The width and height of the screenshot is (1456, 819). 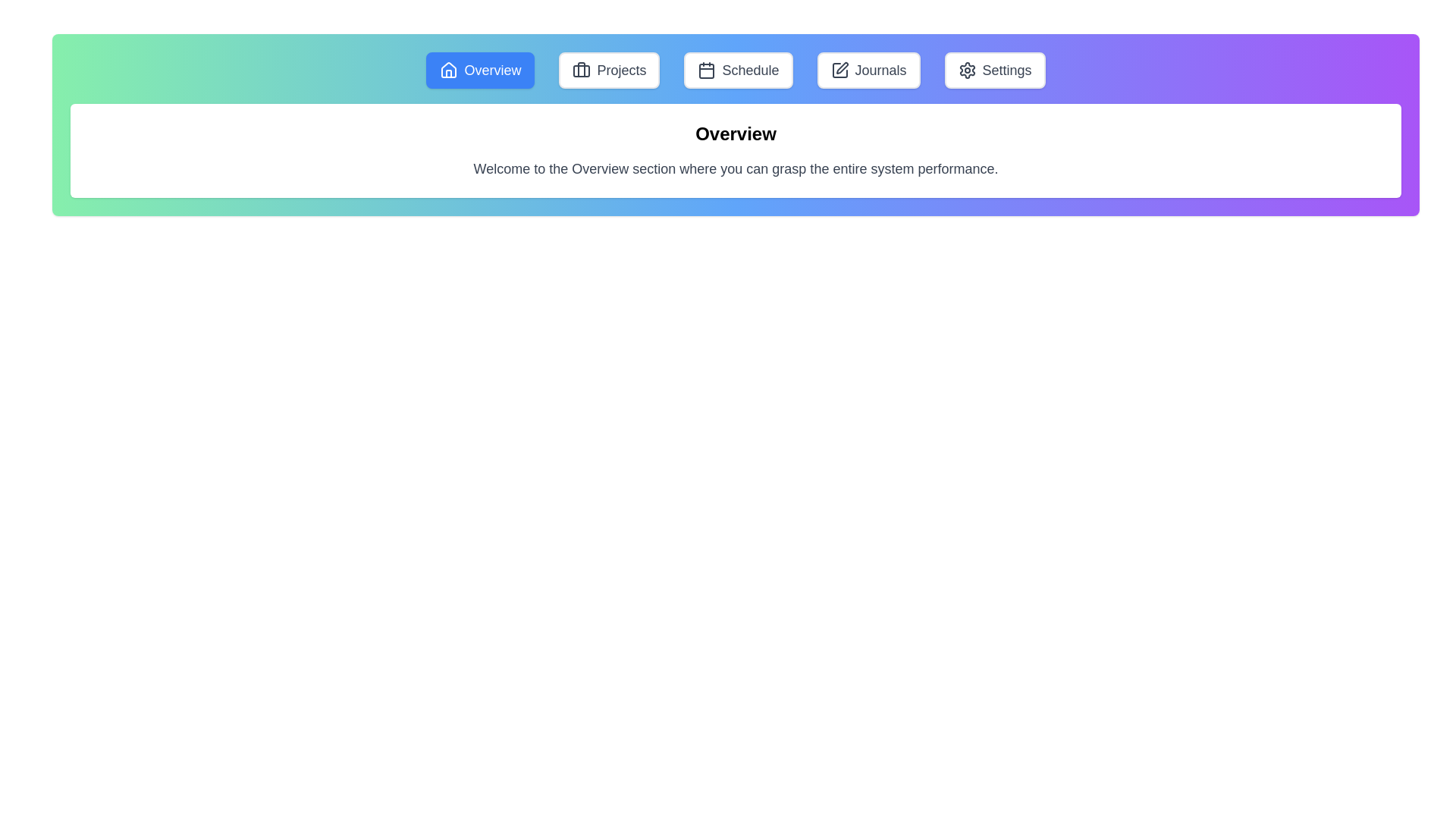 What do you see at coordinates (995, 70) in the screenshot?
I see `the 'Settings' button, which is a rectangular button with rounded corners, featuring a white background, gray text, and a gear-shaped icon on its left side, located at the rightmost position in the navigation bar` at bounding box center [995, 70].